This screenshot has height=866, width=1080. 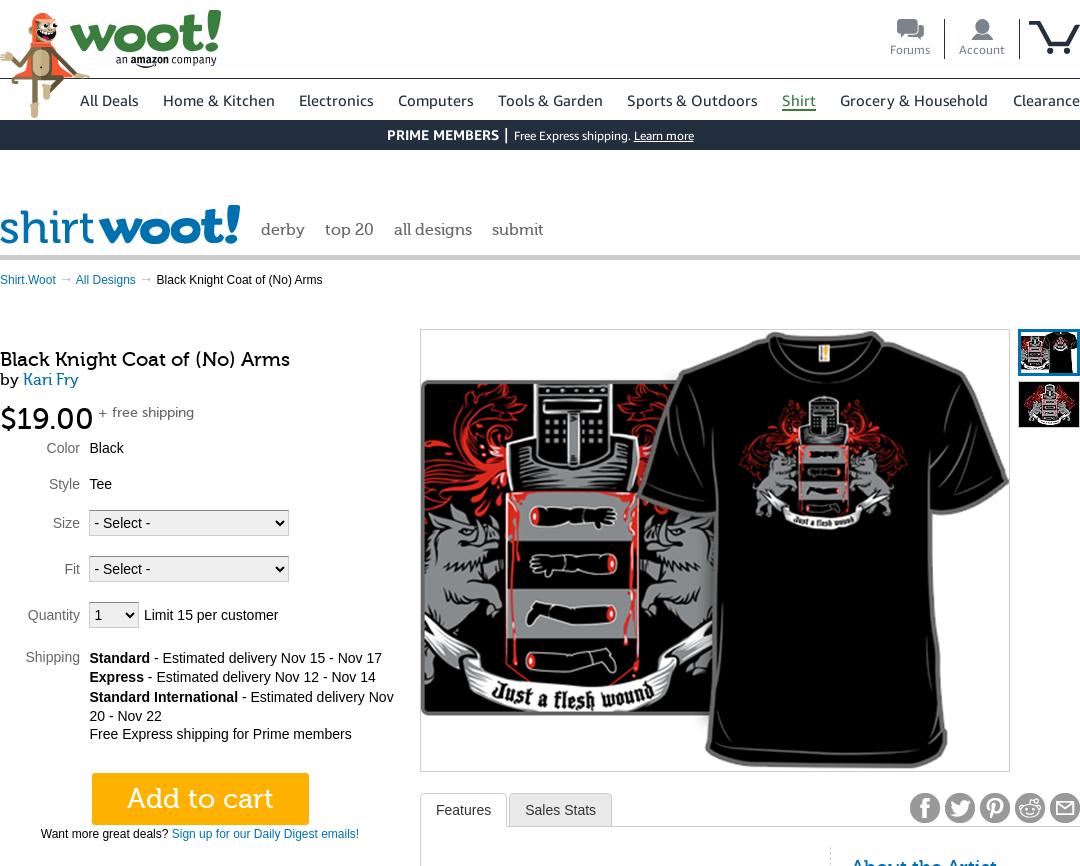 I want to click on 'Style', so click(x=63, y=482).